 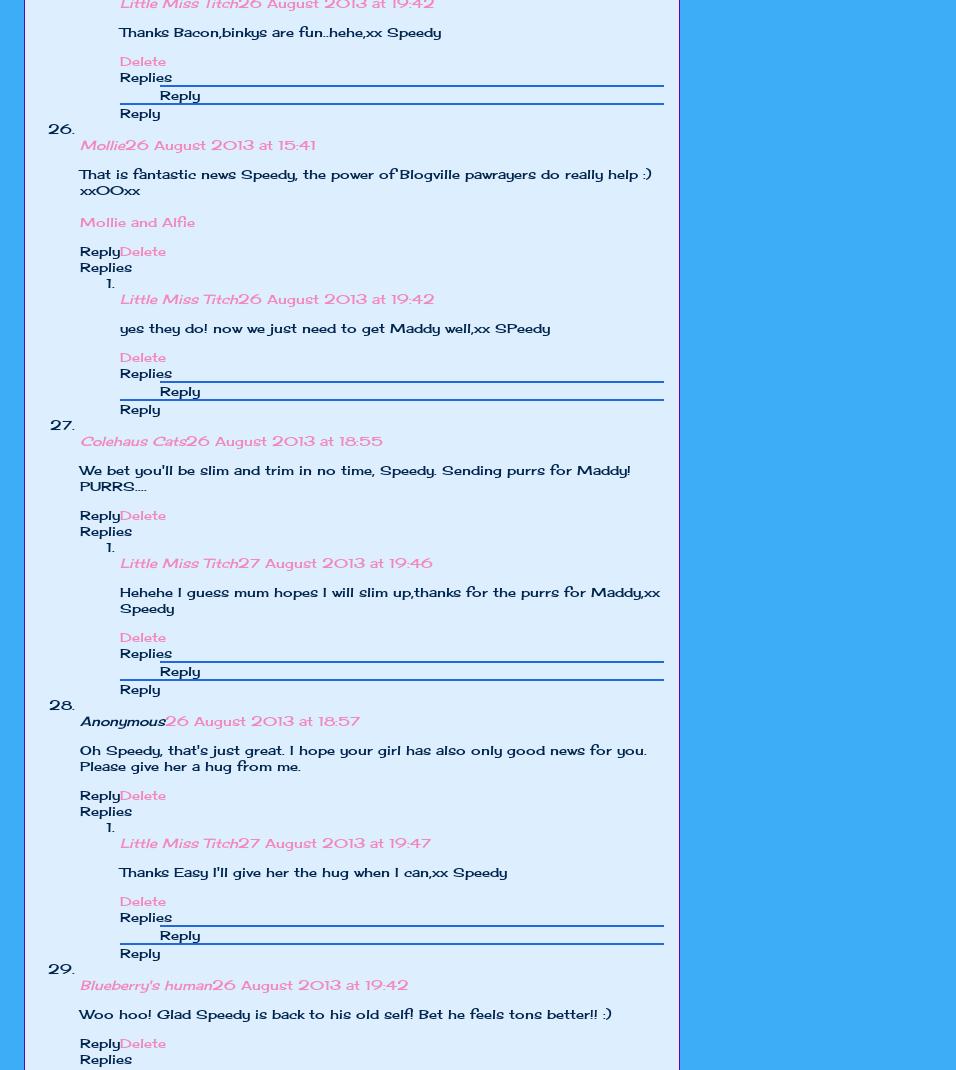 I want to click on '26 August 2013 at 15:41', so click(x=220, y=144).